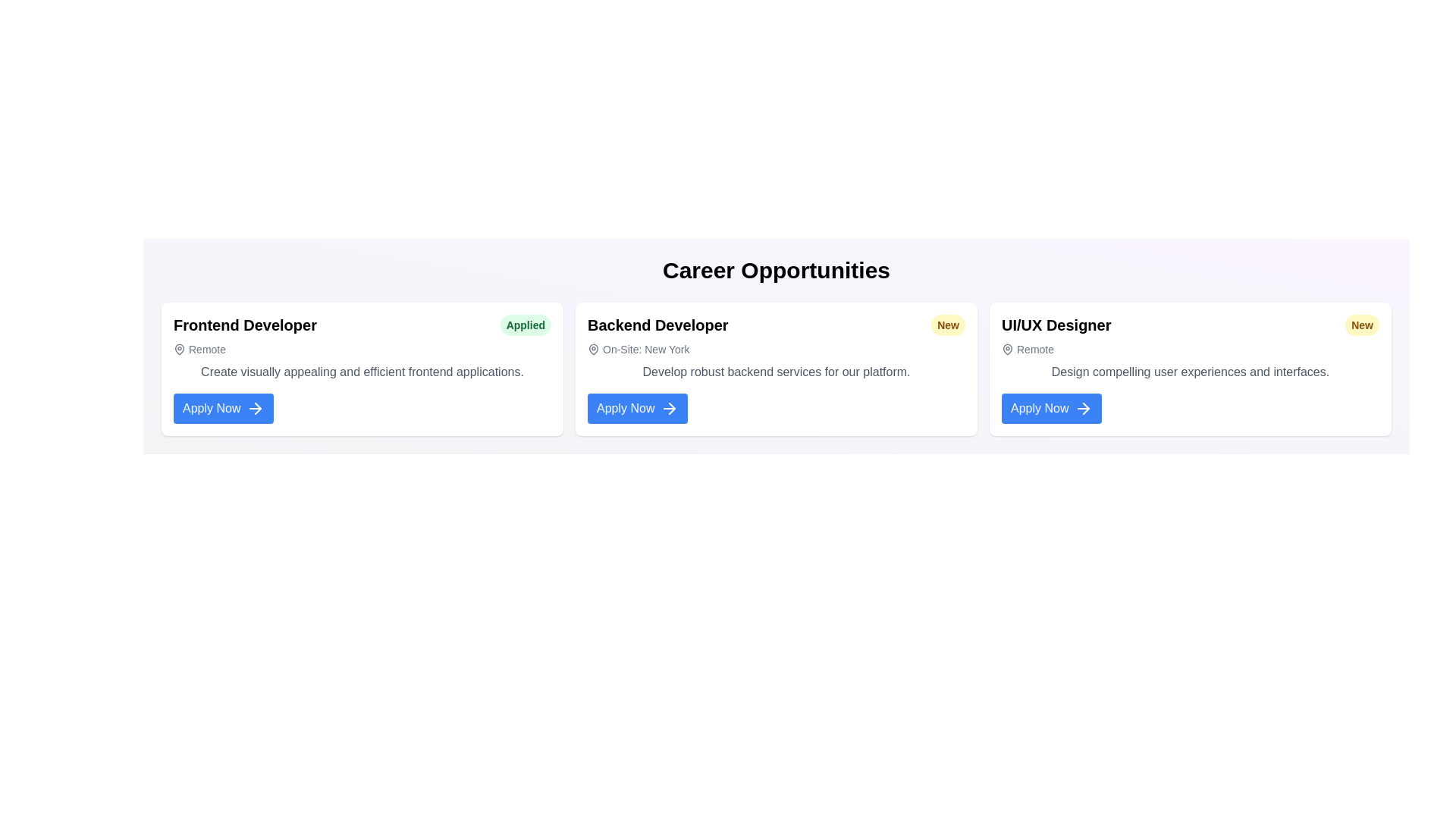  Describe the element at coordinates (669, 408) in the screenshot. I see `the right-pointing arrow icon in the 'Apply Now' button on the 'Backend Developer' card, which is centrally located among the three job opportunity cards` at that location.